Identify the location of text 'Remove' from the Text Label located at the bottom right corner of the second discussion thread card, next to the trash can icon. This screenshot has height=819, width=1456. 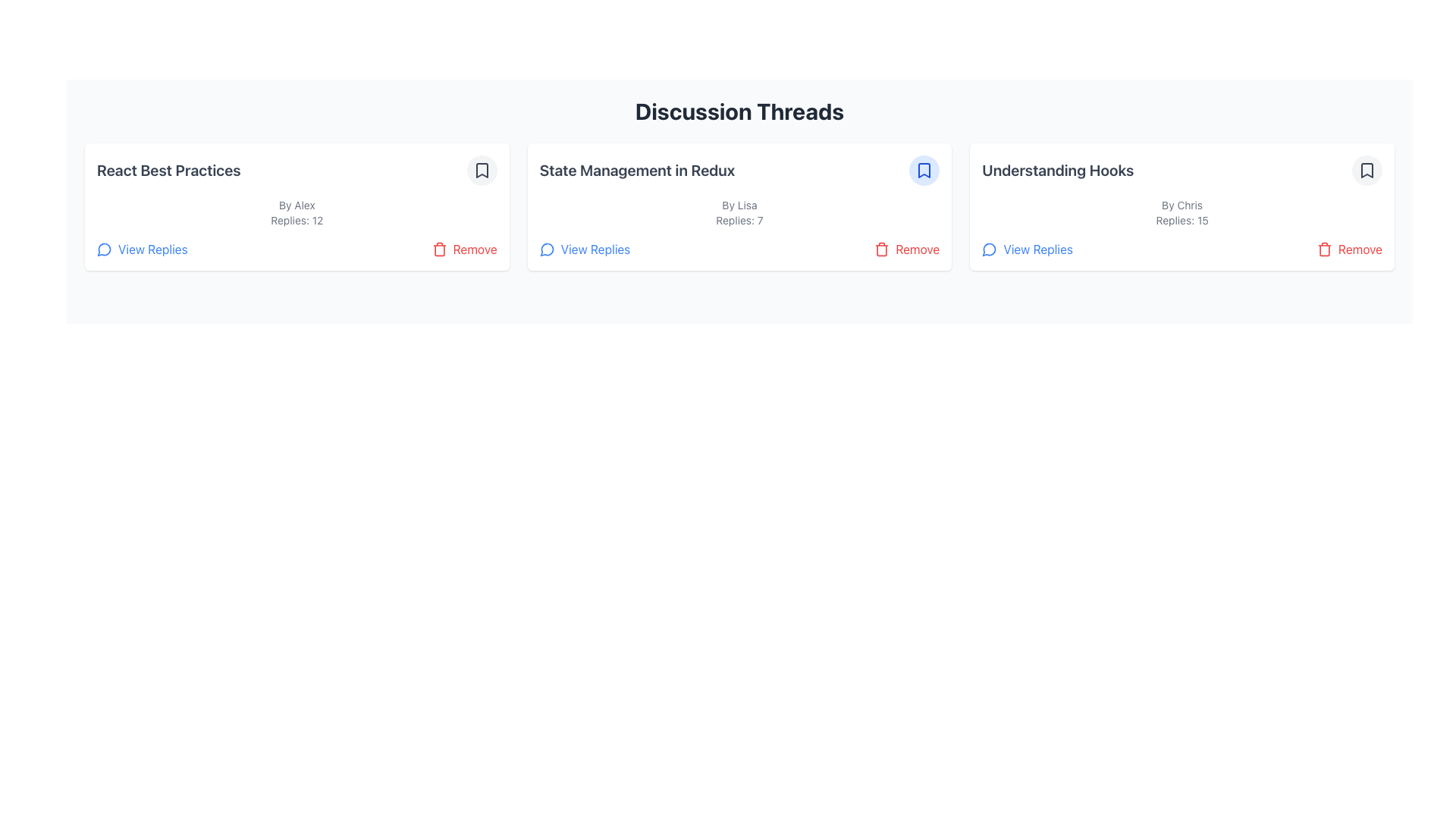
(474, 248).